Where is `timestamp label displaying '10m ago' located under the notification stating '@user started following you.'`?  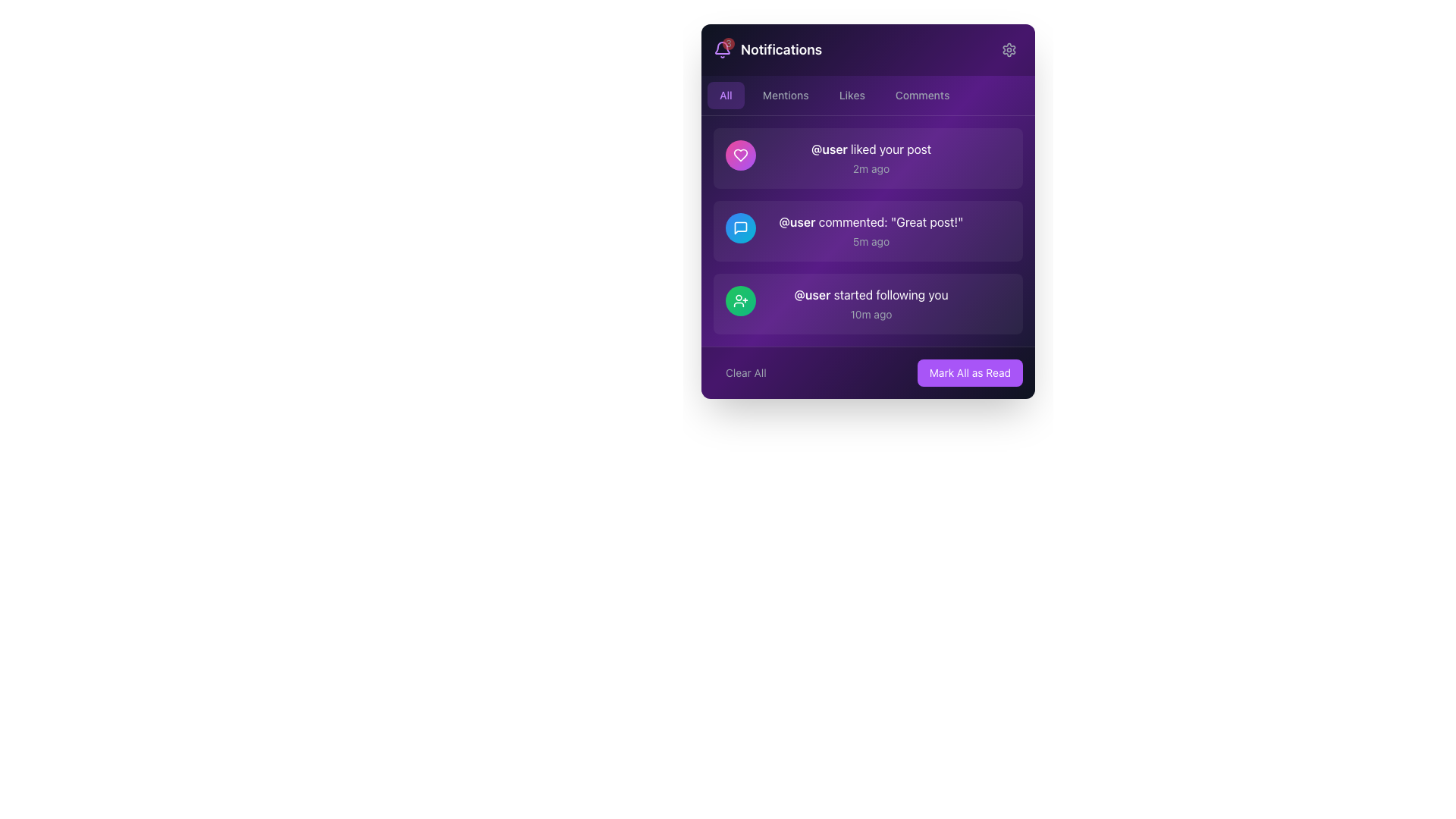 timestamp label displaying '10m ago' located under the notification stating '@user started following you.' is located at coordinates (871, 314).